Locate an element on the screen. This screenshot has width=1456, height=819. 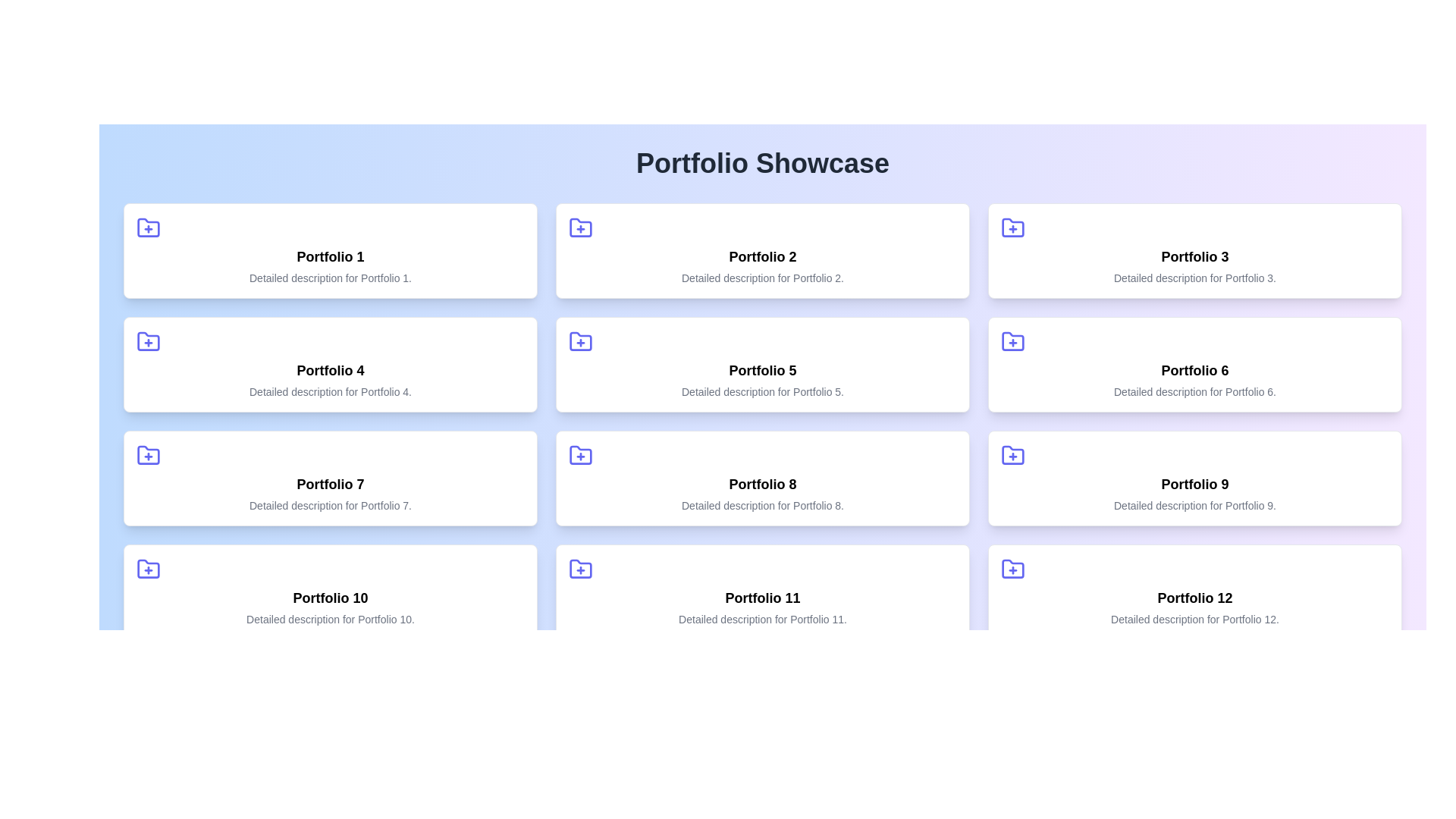
the explanatory text element located immediately below the title 'Portfolio 3' in the card for Portfolio 3 is located at coordinates (1194, 278).